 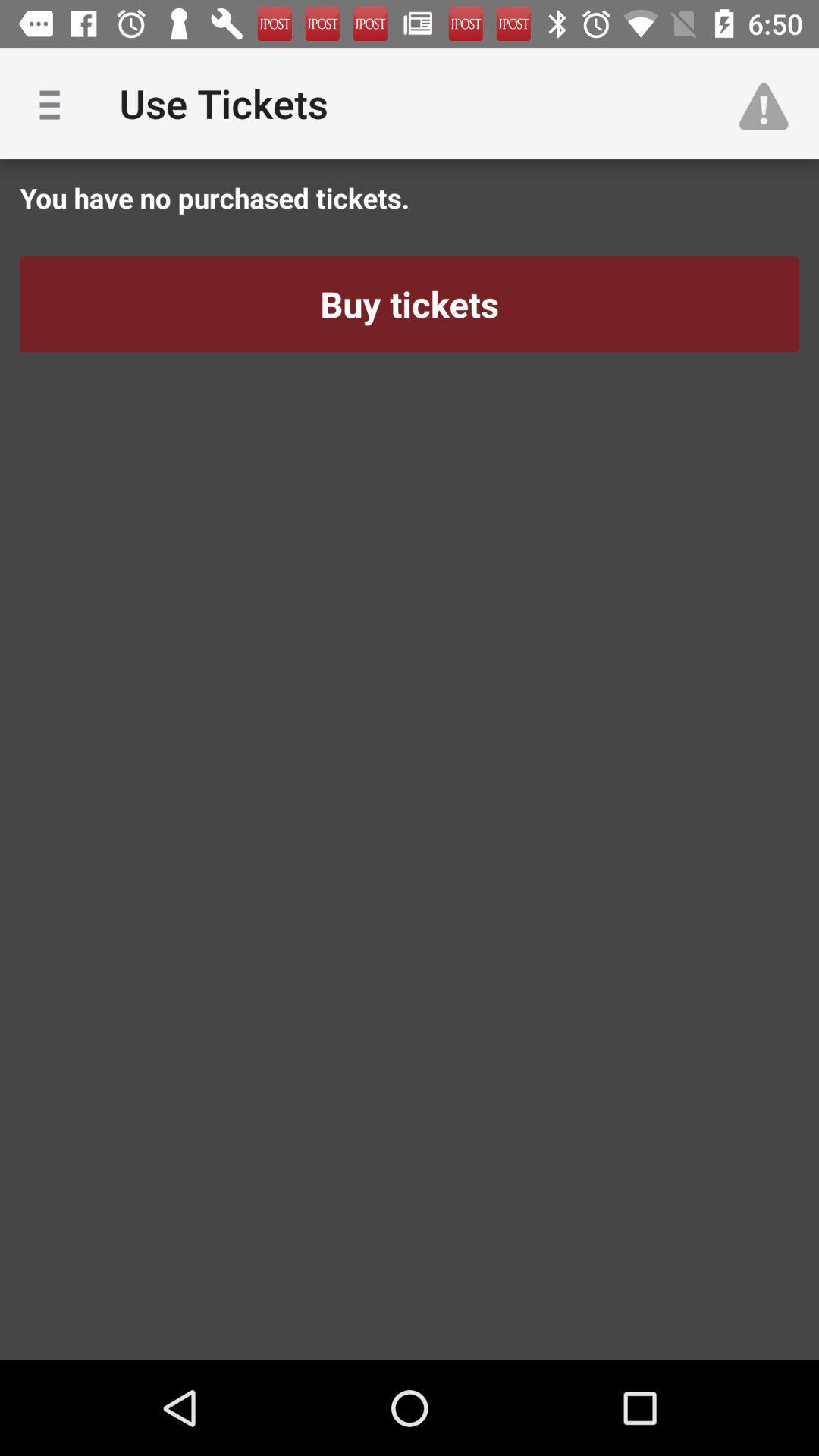 What do you see at coordinates (55, 102) in the screenshot?
I see `the icon above you have no icon` at bounding box center [55, 102].